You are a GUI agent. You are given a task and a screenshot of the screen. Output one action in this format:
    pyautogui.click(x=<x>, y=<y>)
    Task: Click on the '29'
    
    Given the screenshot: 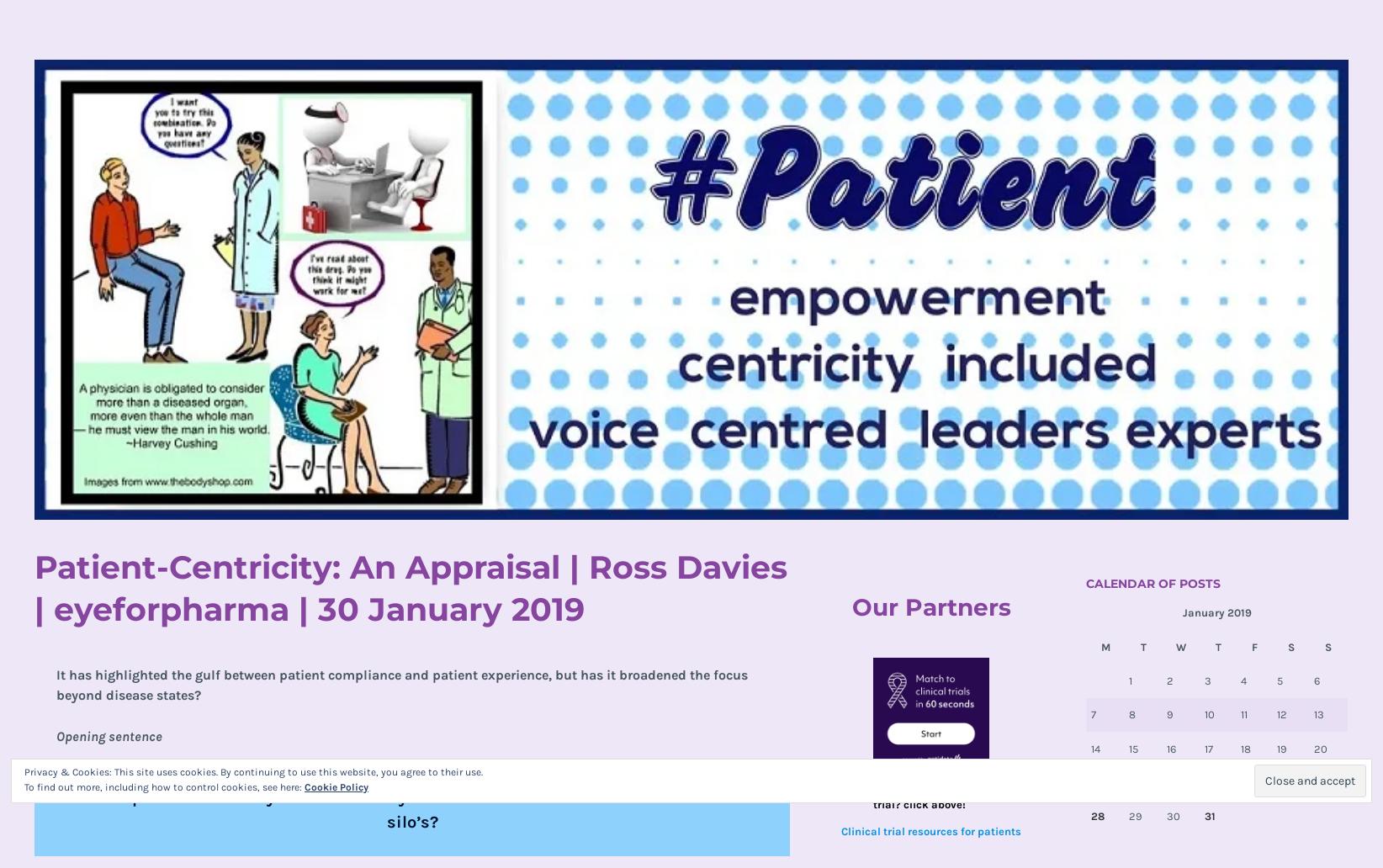 What is the action you would take?
    pyautogui.click(x=1134, y=815)
    